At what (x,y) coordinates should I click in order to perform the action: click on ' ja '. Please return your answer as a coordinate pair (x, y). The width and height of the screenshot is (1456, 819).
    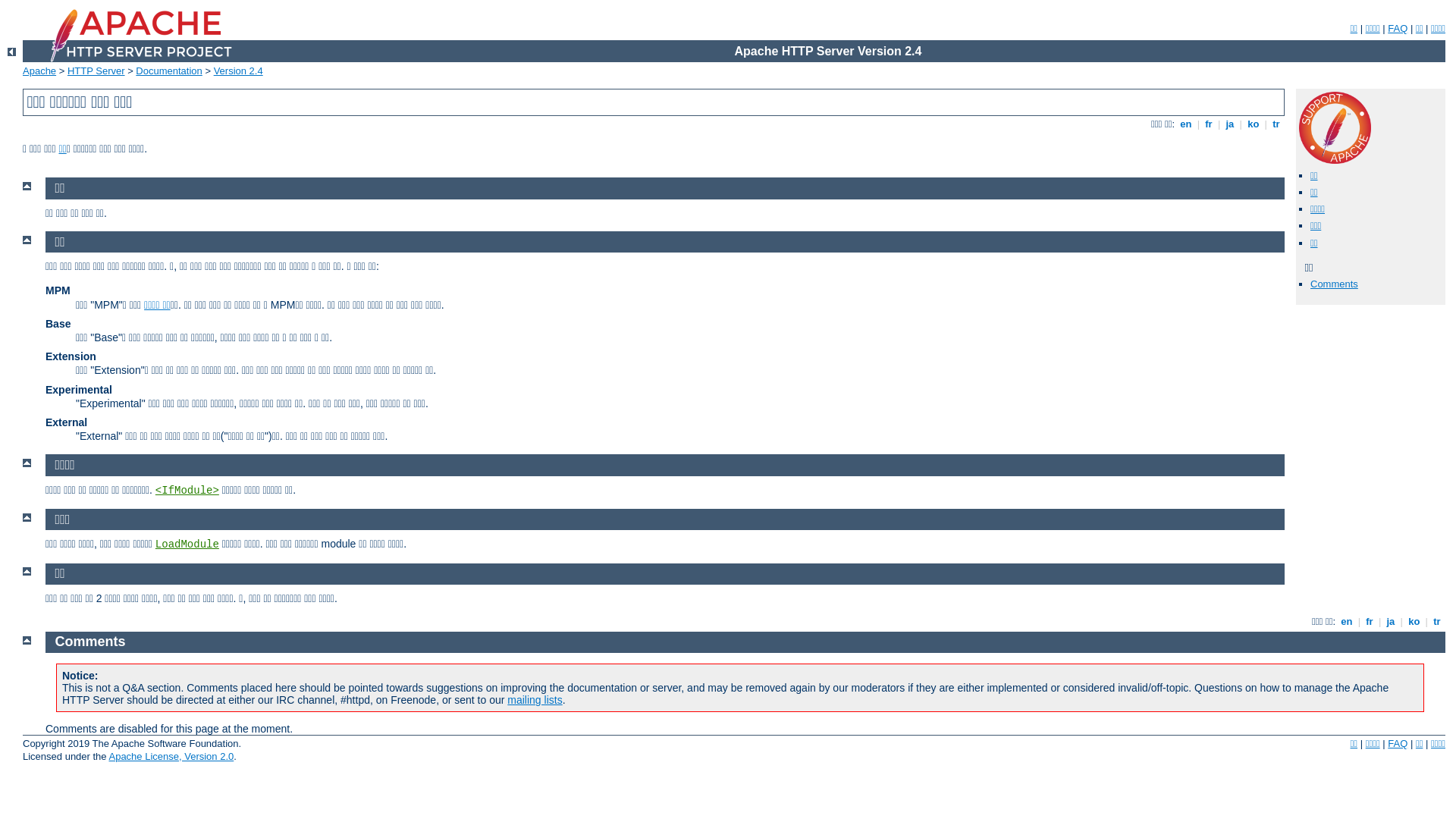
    Looking at the image, I should click on (1230, 123).